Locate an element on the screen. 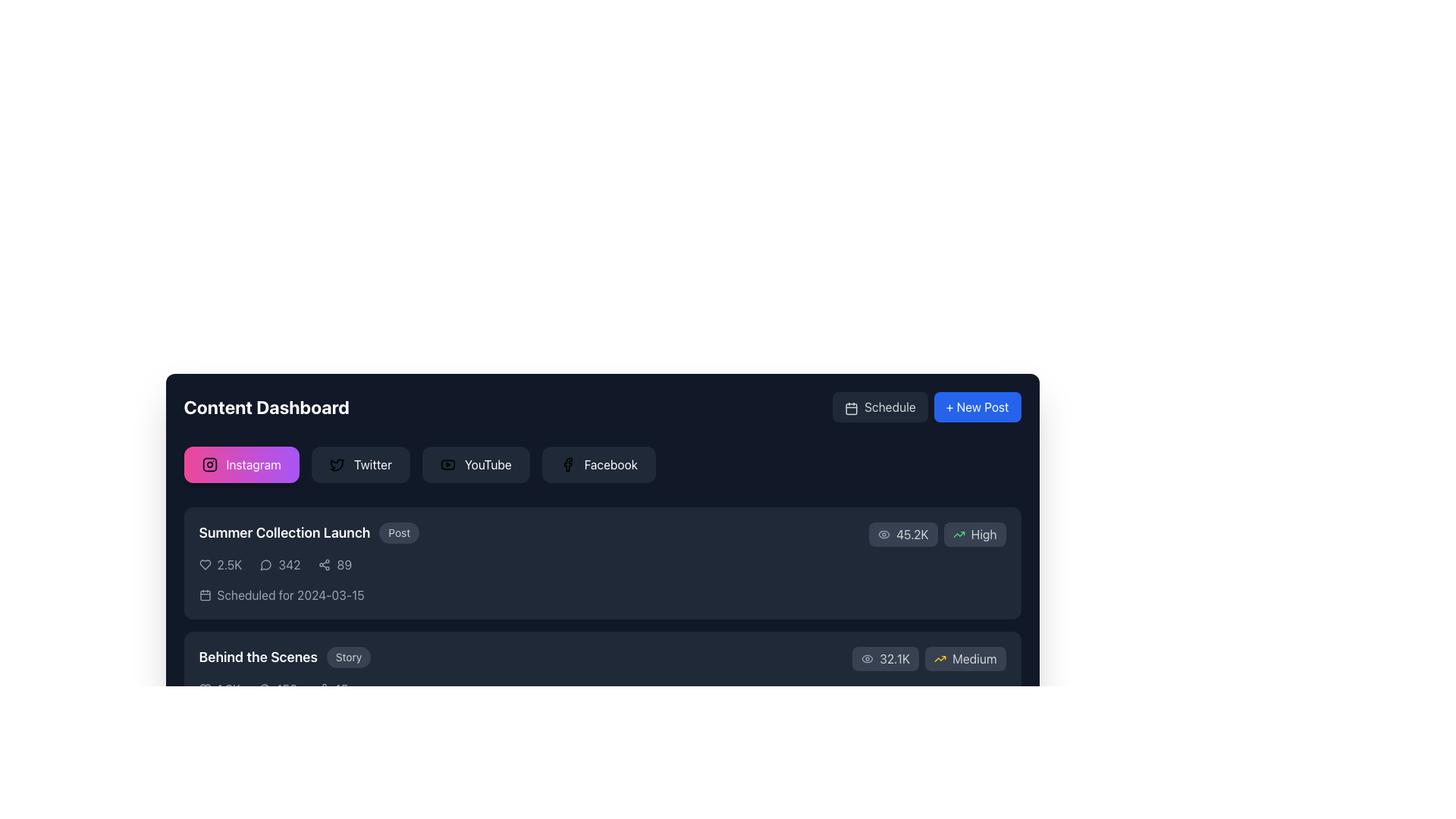  on the numerical text display '89' that is part of the 'Summer Collection Launch' panel, located is located at coordinates (344, 564).